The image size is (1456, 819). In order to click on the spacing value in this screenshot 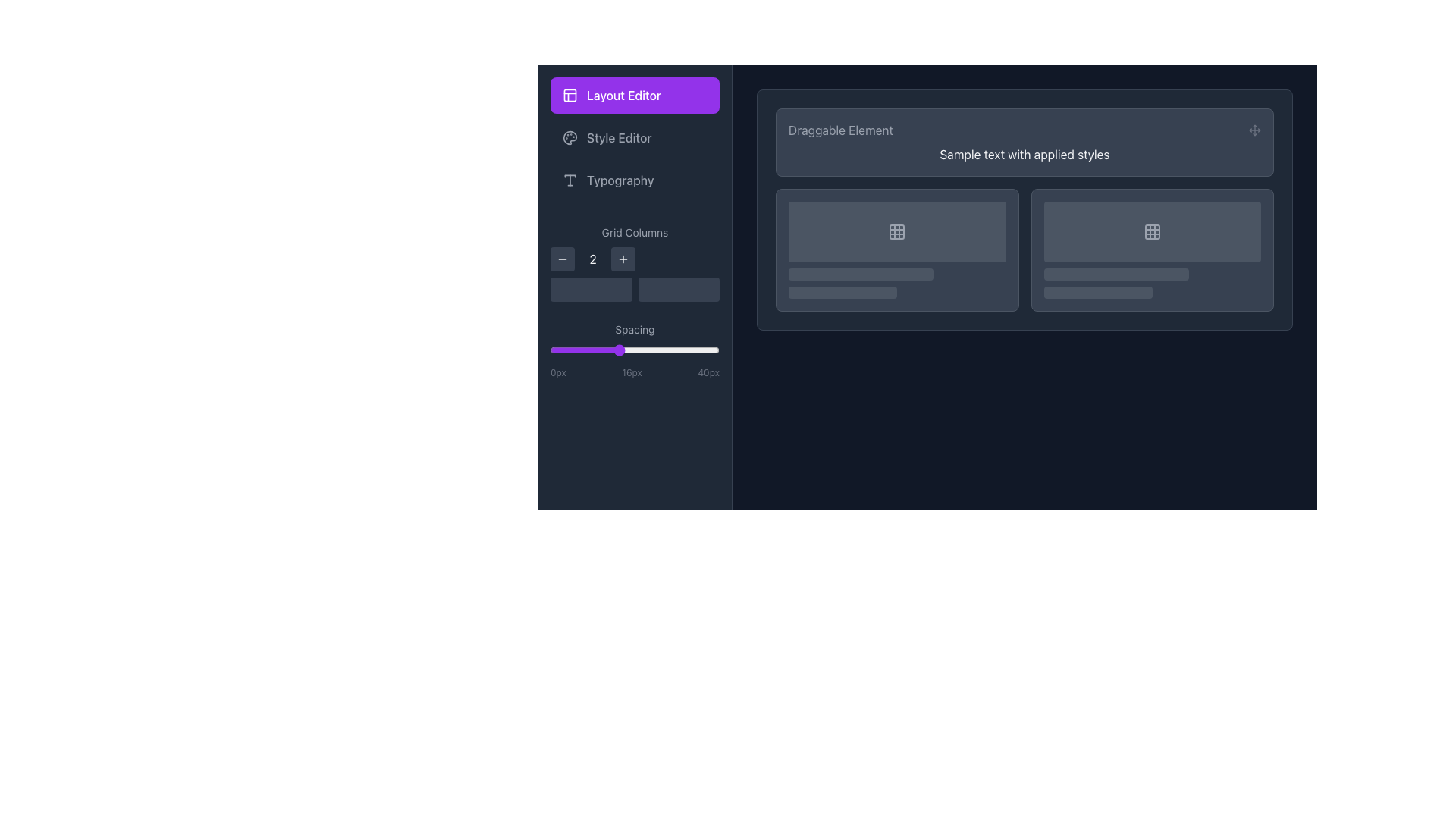, I will do `click(570, 350)`.